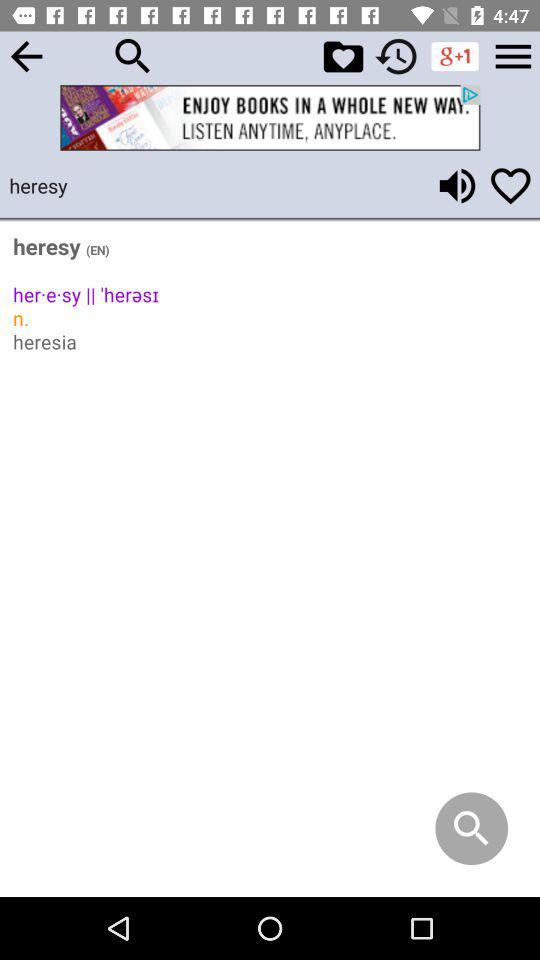 This screenshot has height=960, width=540. What do you see at coordinates (25, 55) in the screenshot?
I see `backword the option` at bounding box center [25, 55].